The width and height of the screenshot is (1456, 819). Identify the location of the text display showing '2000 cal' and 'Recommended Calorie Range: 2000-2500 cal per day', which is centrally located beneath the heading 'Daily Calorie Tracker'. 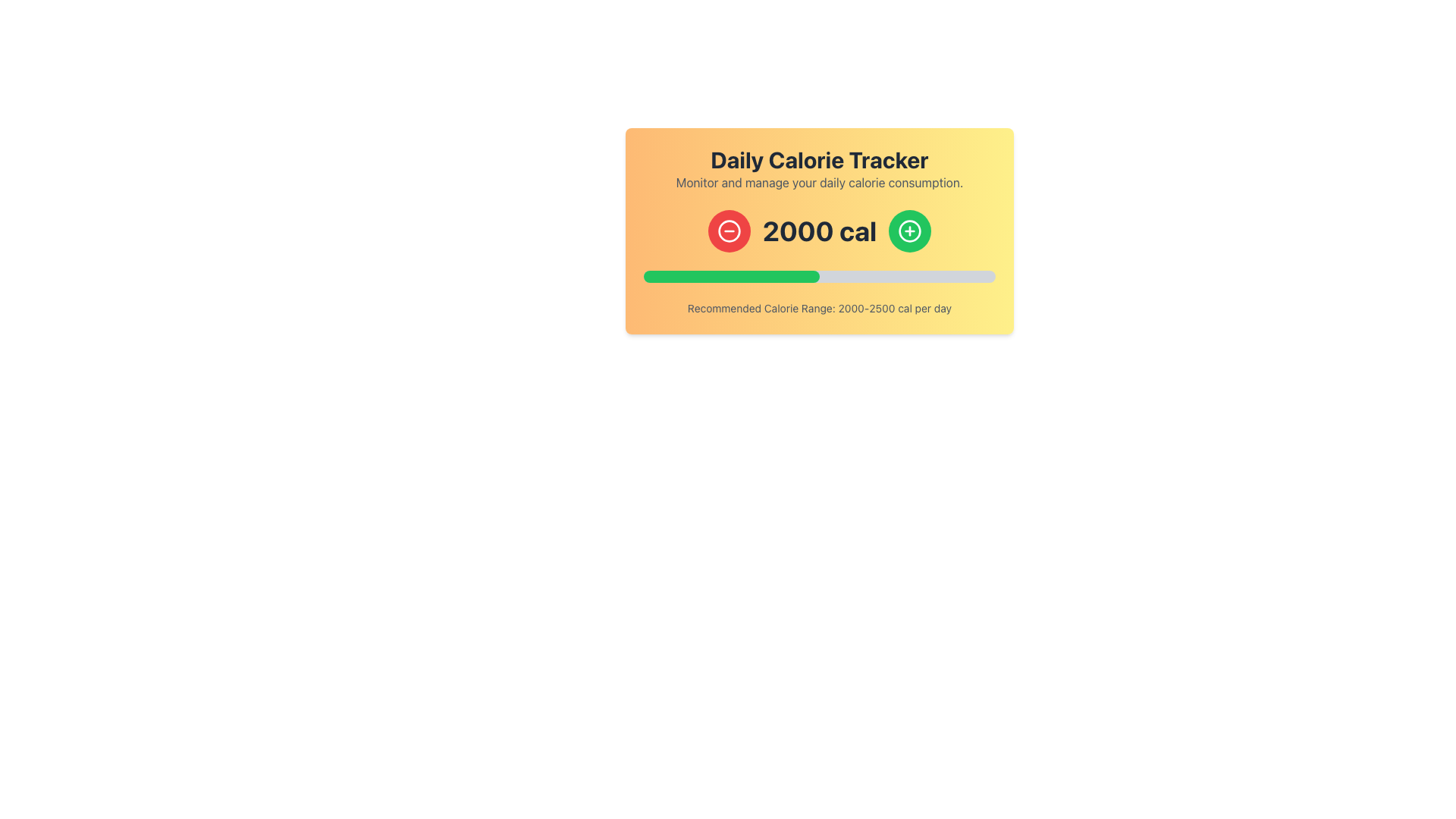
(818, 262).